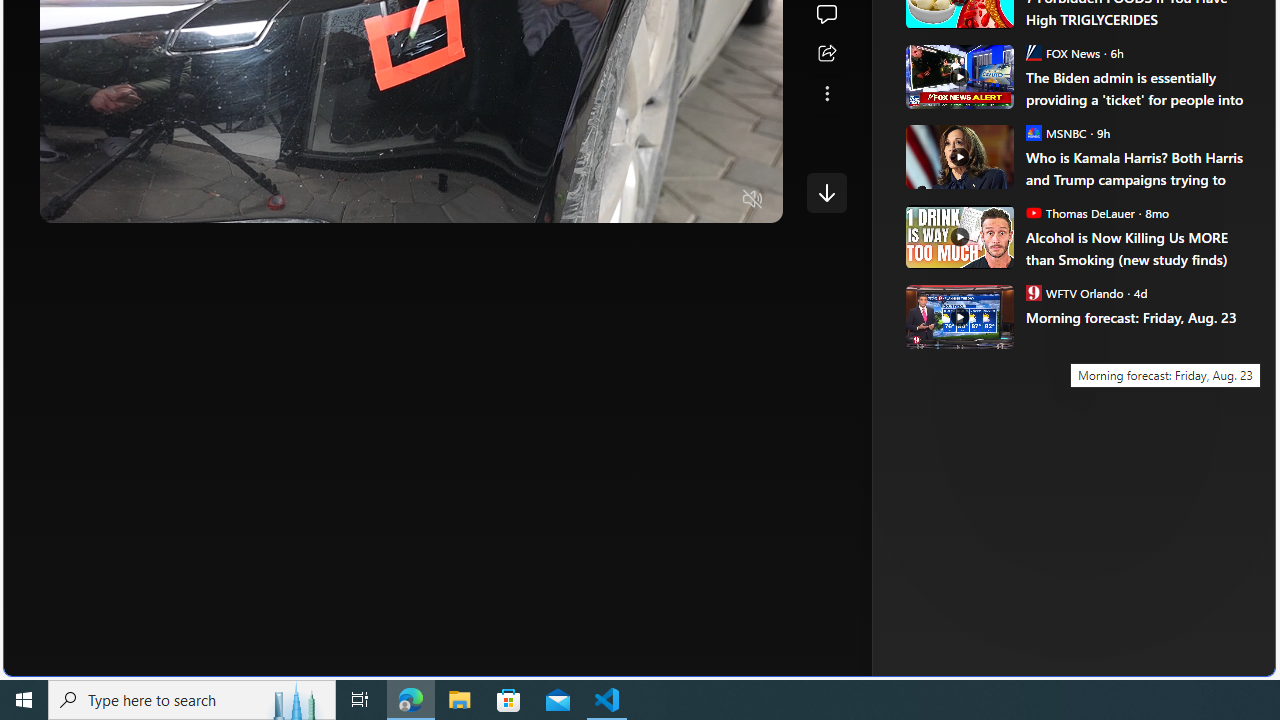 Image resolution: width=1280 pixels, height=720 pixels. Describe the element at coordinates (1033, 132) in the screenshot. I see `'MSNBC'` at that location.